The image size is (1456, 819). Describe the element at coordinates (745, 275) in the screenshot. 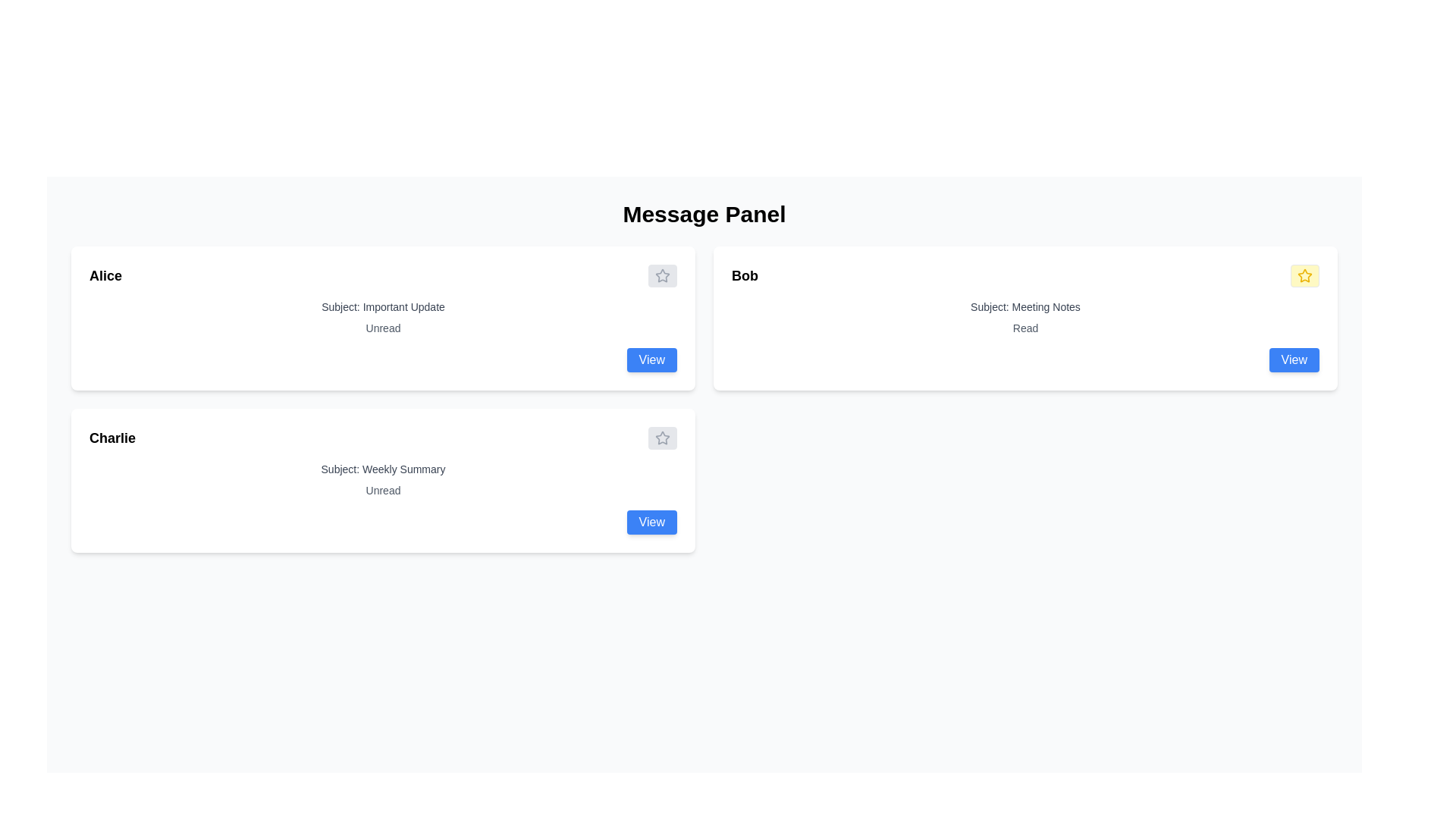

I see `the text label in the top-right card that serves as a title or identifier for the associated card` at that location.